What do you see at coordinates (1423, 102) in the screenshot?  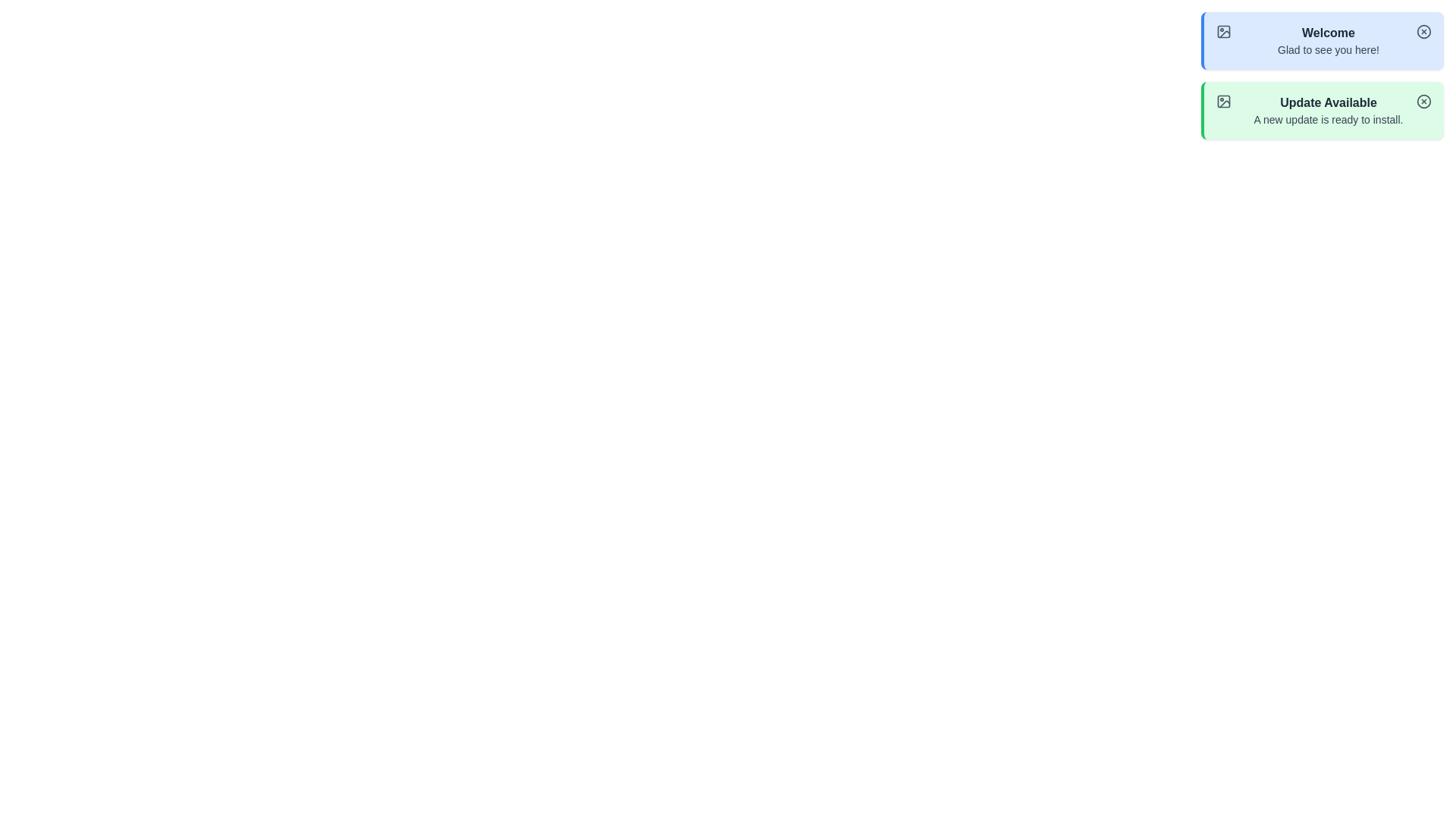 I see `close button of the notification with title 'Update Available'` at bounding box center [1423, 102].